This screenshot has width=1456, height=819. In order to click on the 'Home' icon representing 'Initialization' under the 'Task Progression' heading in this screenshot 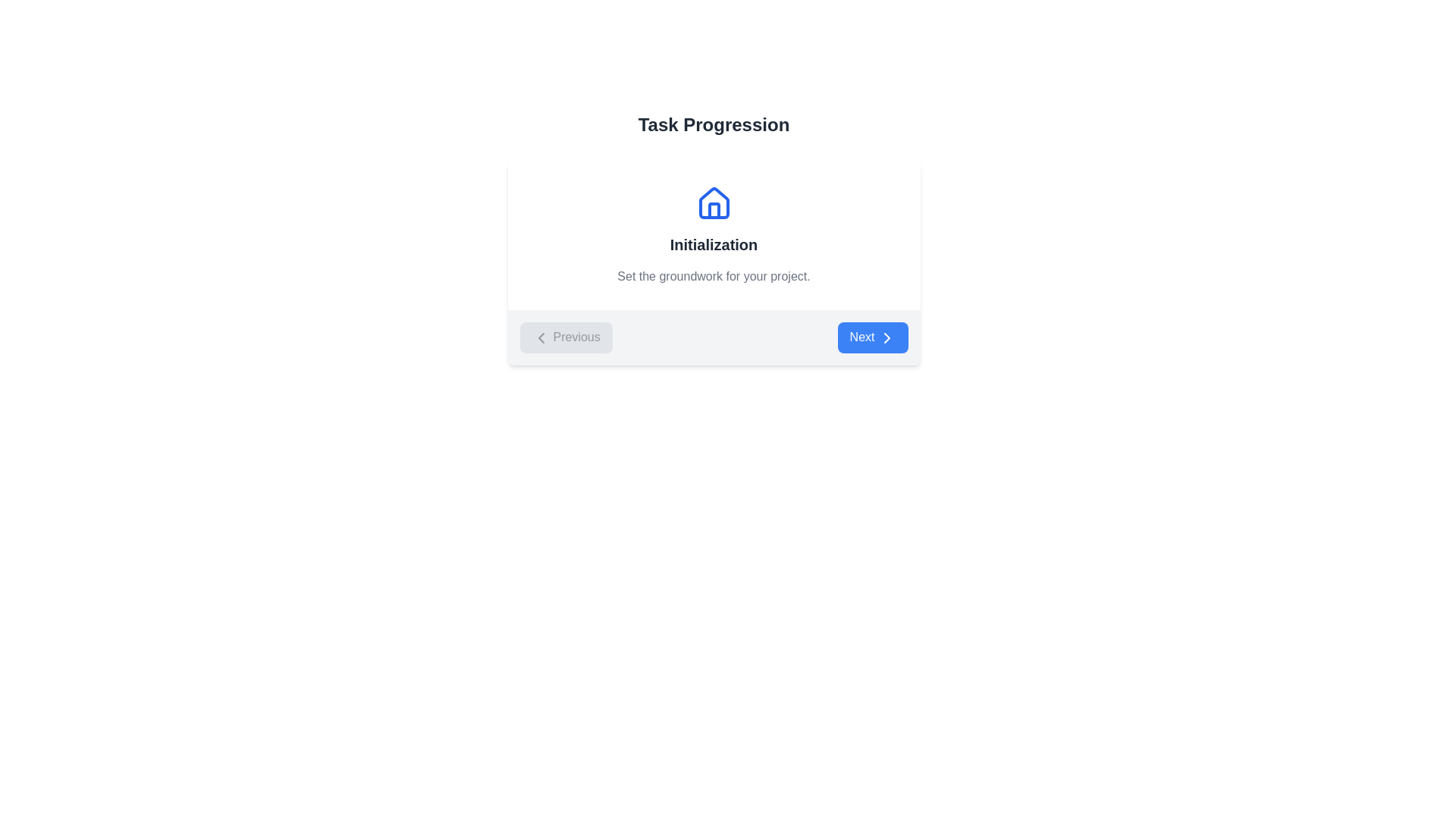, I will do `click(713, 203)`.